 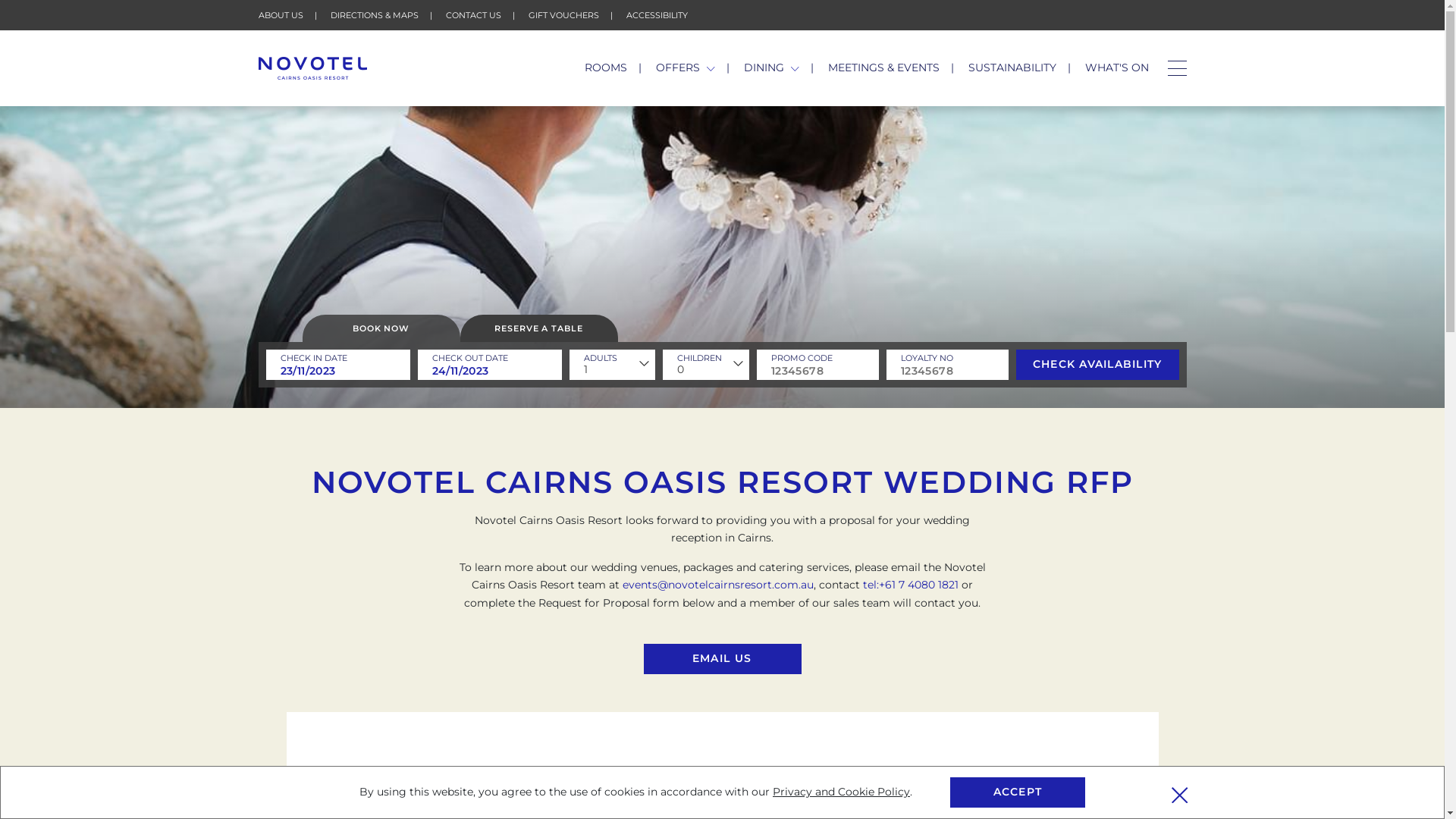 What do you see at coordinates (375, 14) in the screenshot?
I see `'DIRECTIONS & MAPS'` at bounding box center [375, 14].